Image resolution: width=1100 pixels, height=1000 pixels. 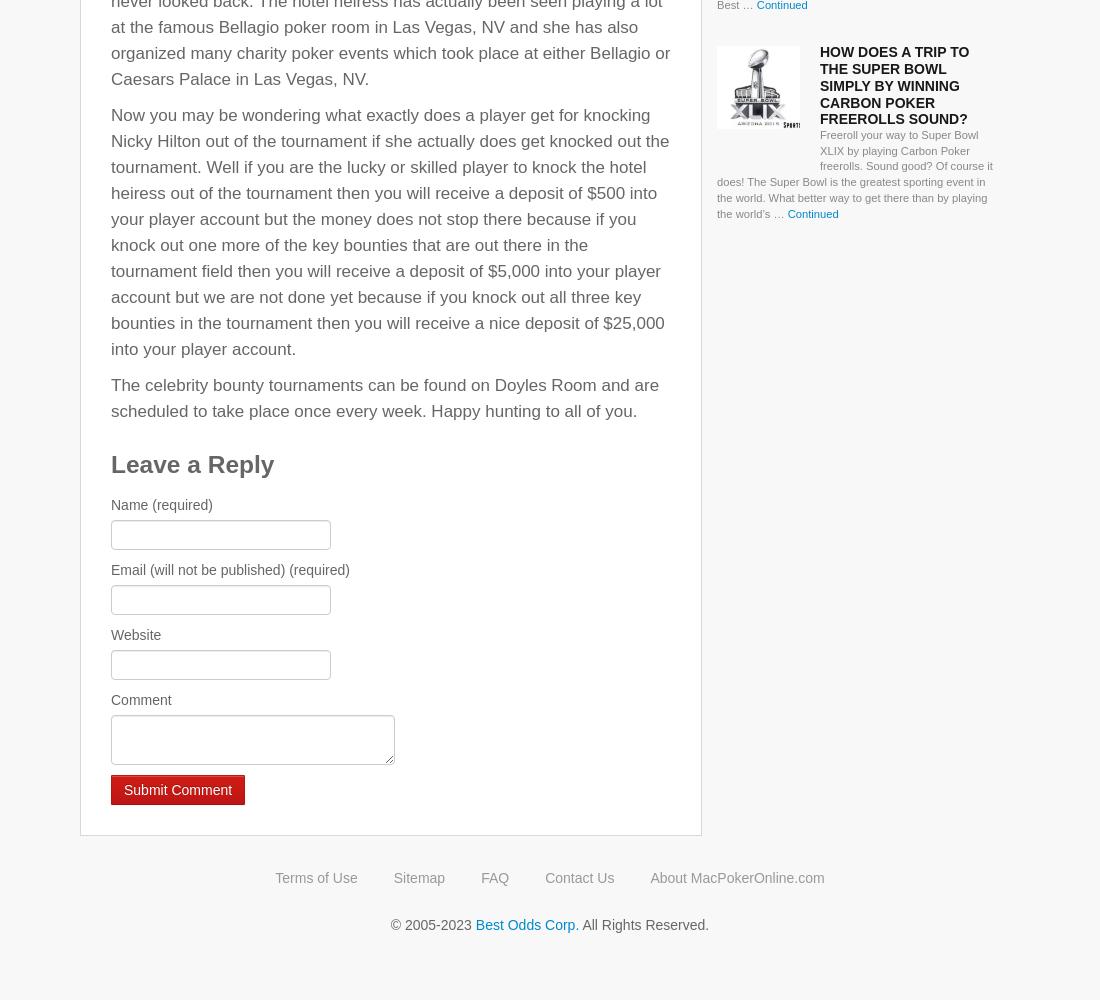 What do you see at coordinates (110, 504) in the screenshot?
I see `'Name (required)'` at bounding box center [110, 504].